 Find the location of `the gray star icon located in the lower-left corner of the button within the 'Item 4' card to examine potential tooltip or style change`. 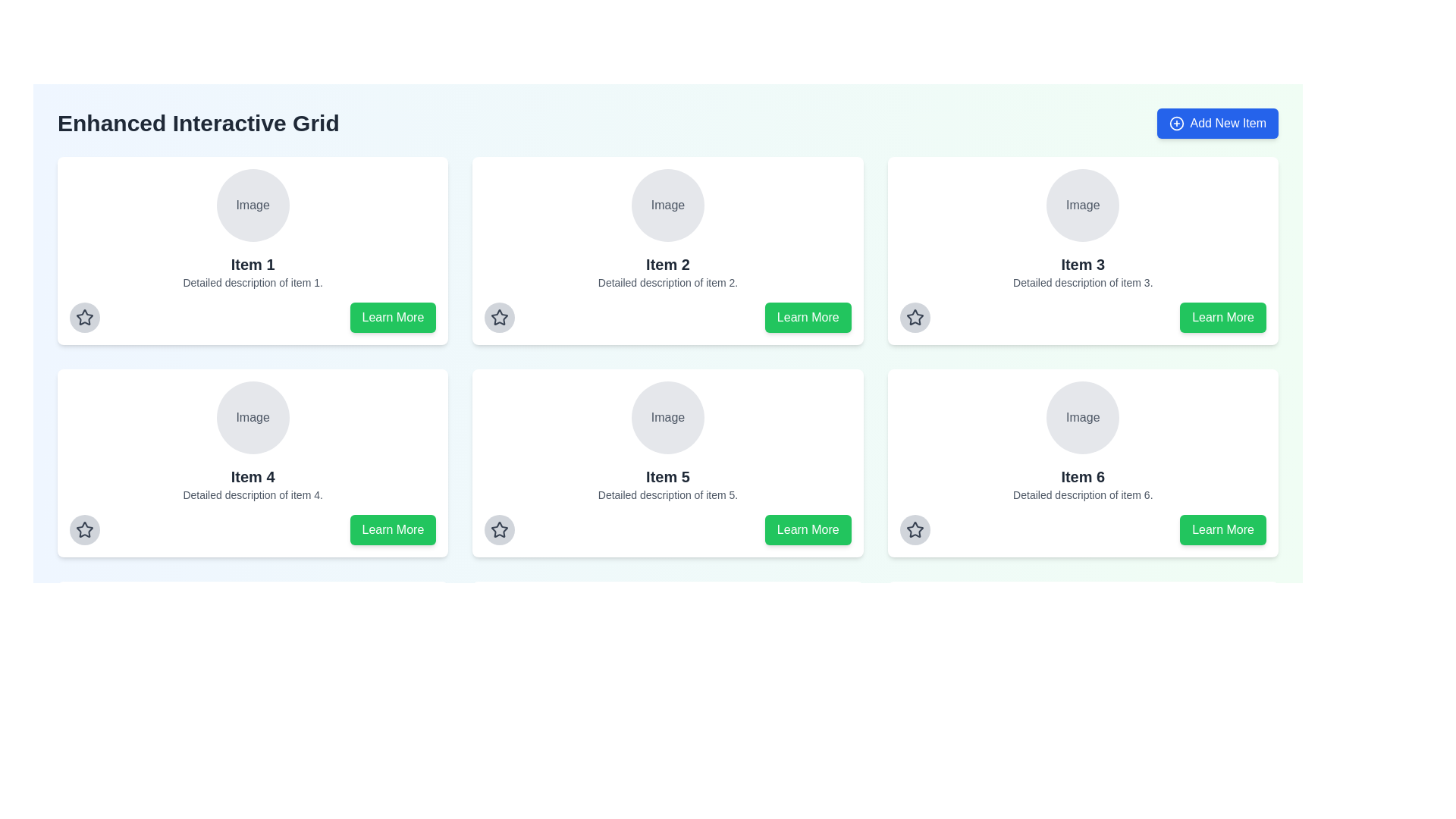

the gray star icon located in the lower-left corner of the button within the 'Item 4' card to examine potential tooltip or style change is located at coordinates (83, 529).